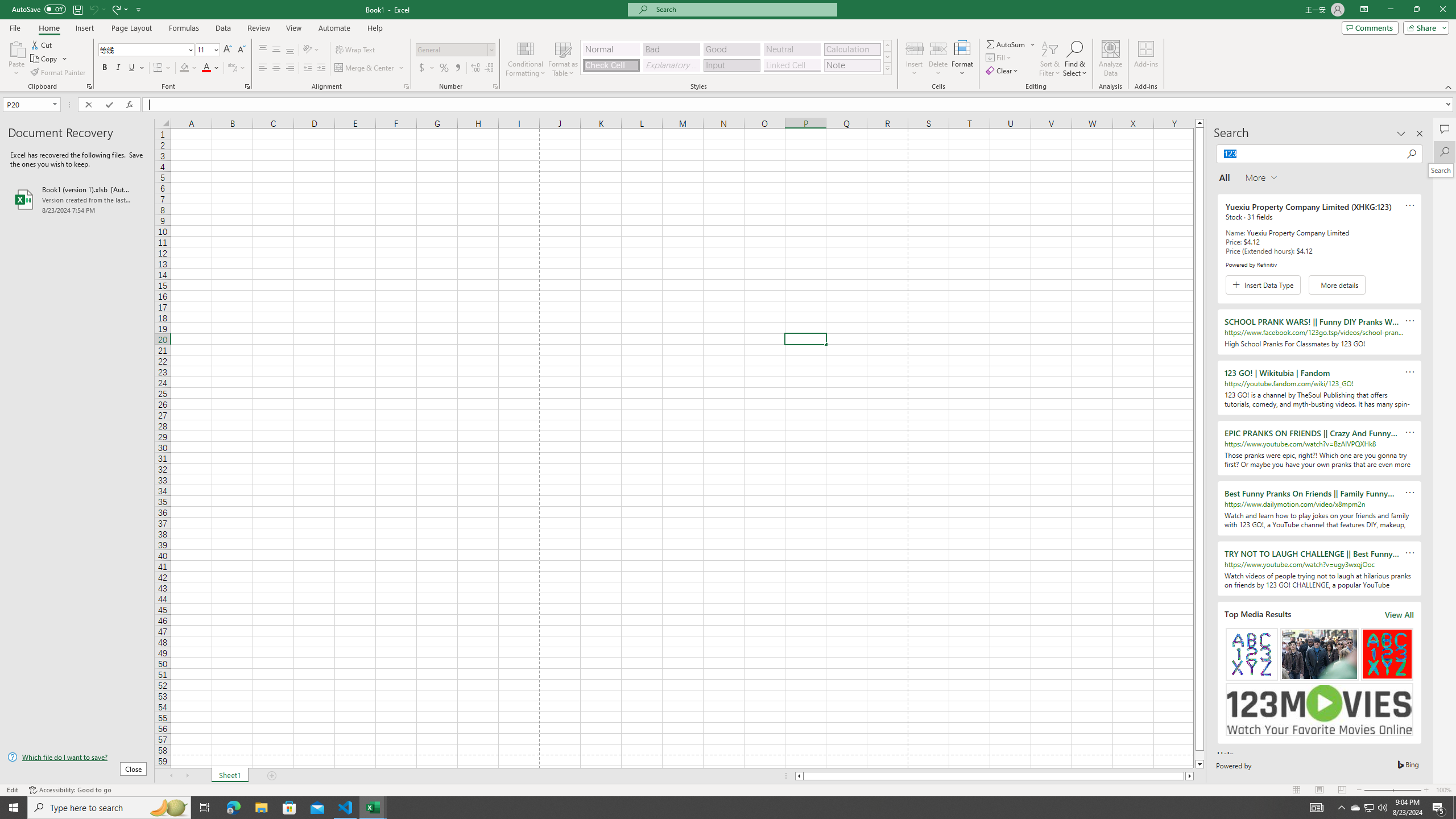  Describe the element at coordinates (231, 67) in the screenshot. I see `'Show Phonetic Field'` at that location.